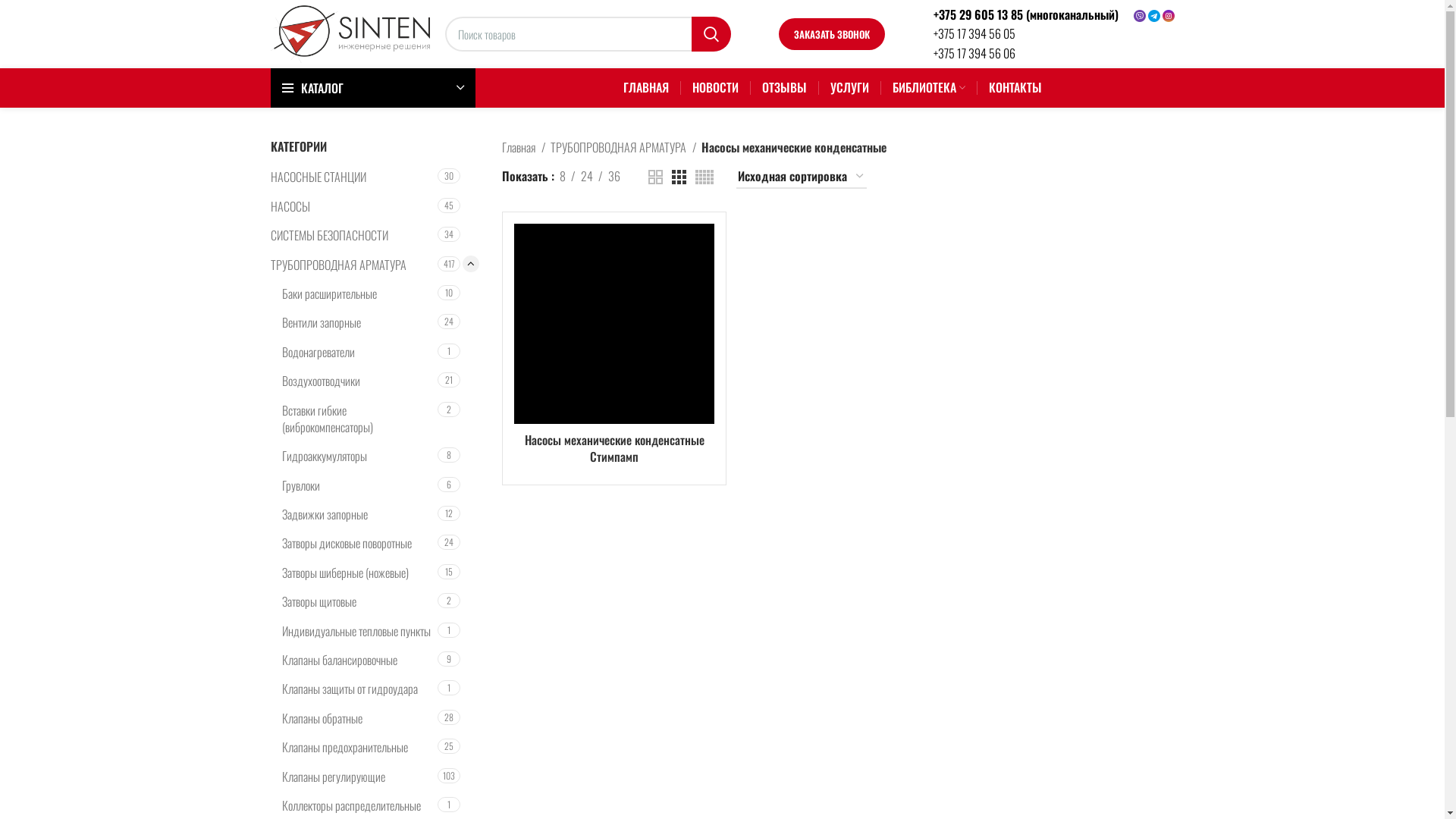 The height and width of the screenshot is (819, 1456). I want to click on '8', so click(562, 175).